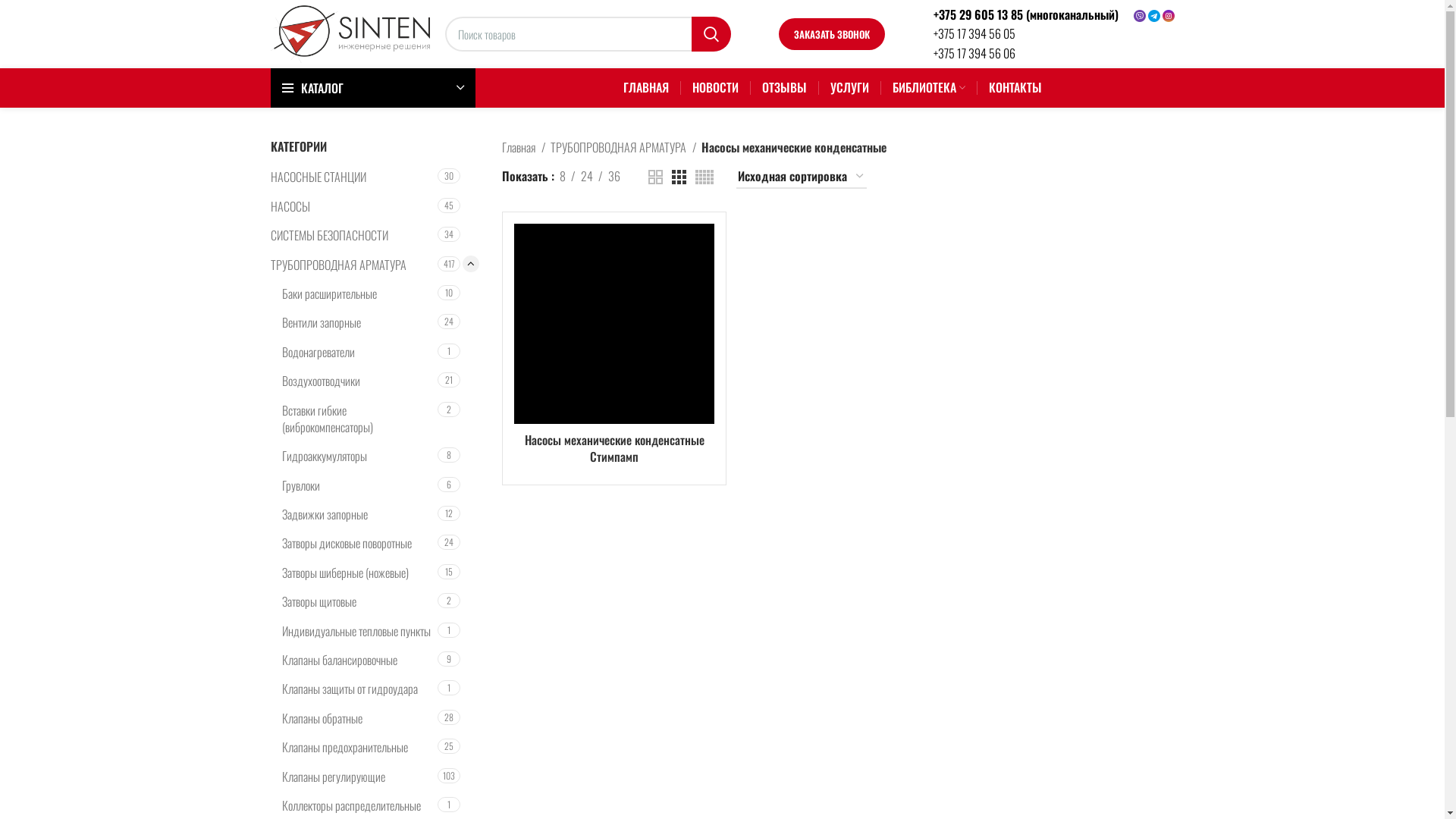 The height and width of the screenshot is (819, 1456). I want to click on '8', so click(562, 175).